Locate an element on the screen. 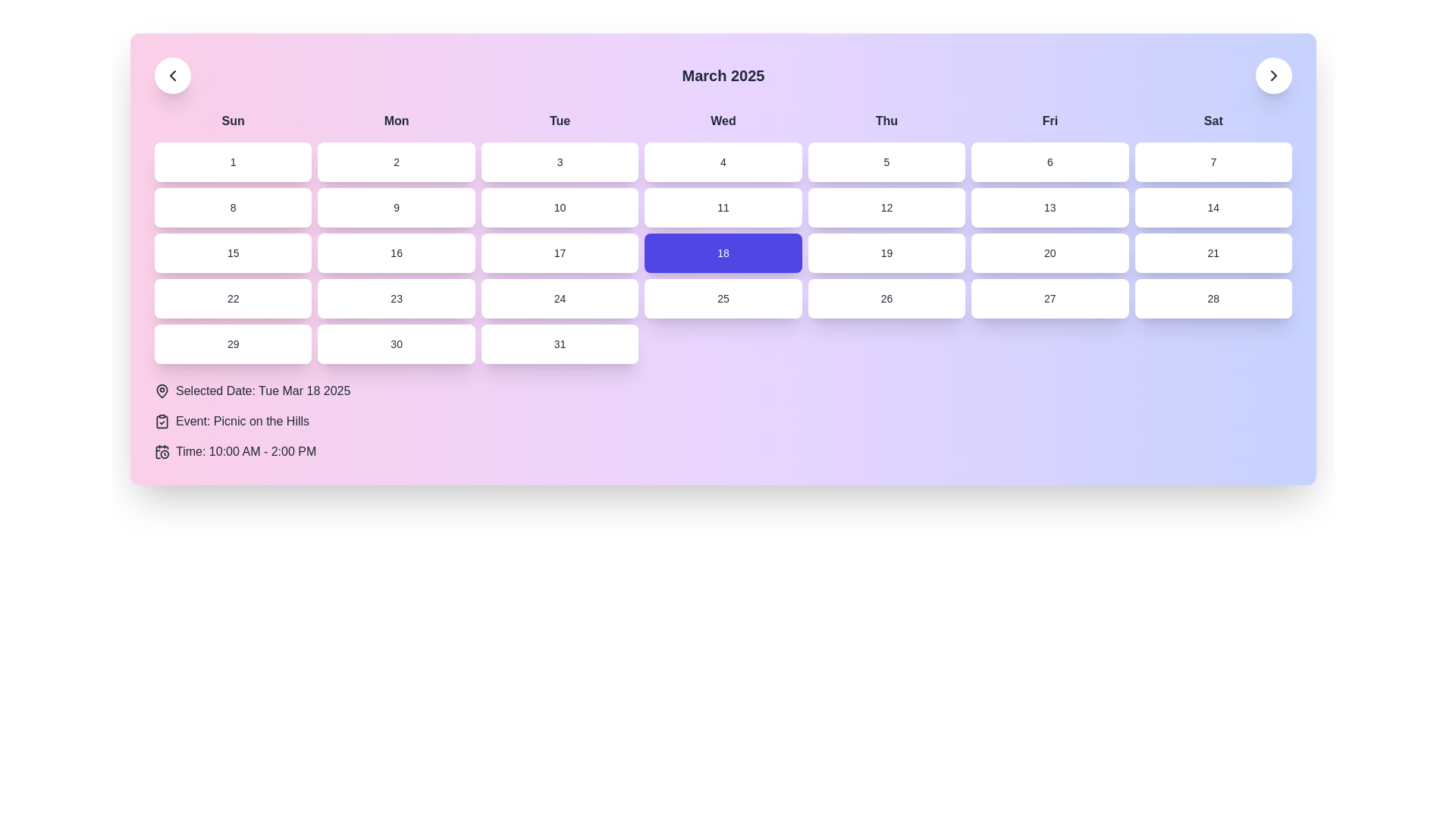 The width and height of the screenshot is (1456, 819). the 'Sunday' text label in the topmost row of the calendar grid, which identifies the first day of the week is located at coordinates (232, 120).